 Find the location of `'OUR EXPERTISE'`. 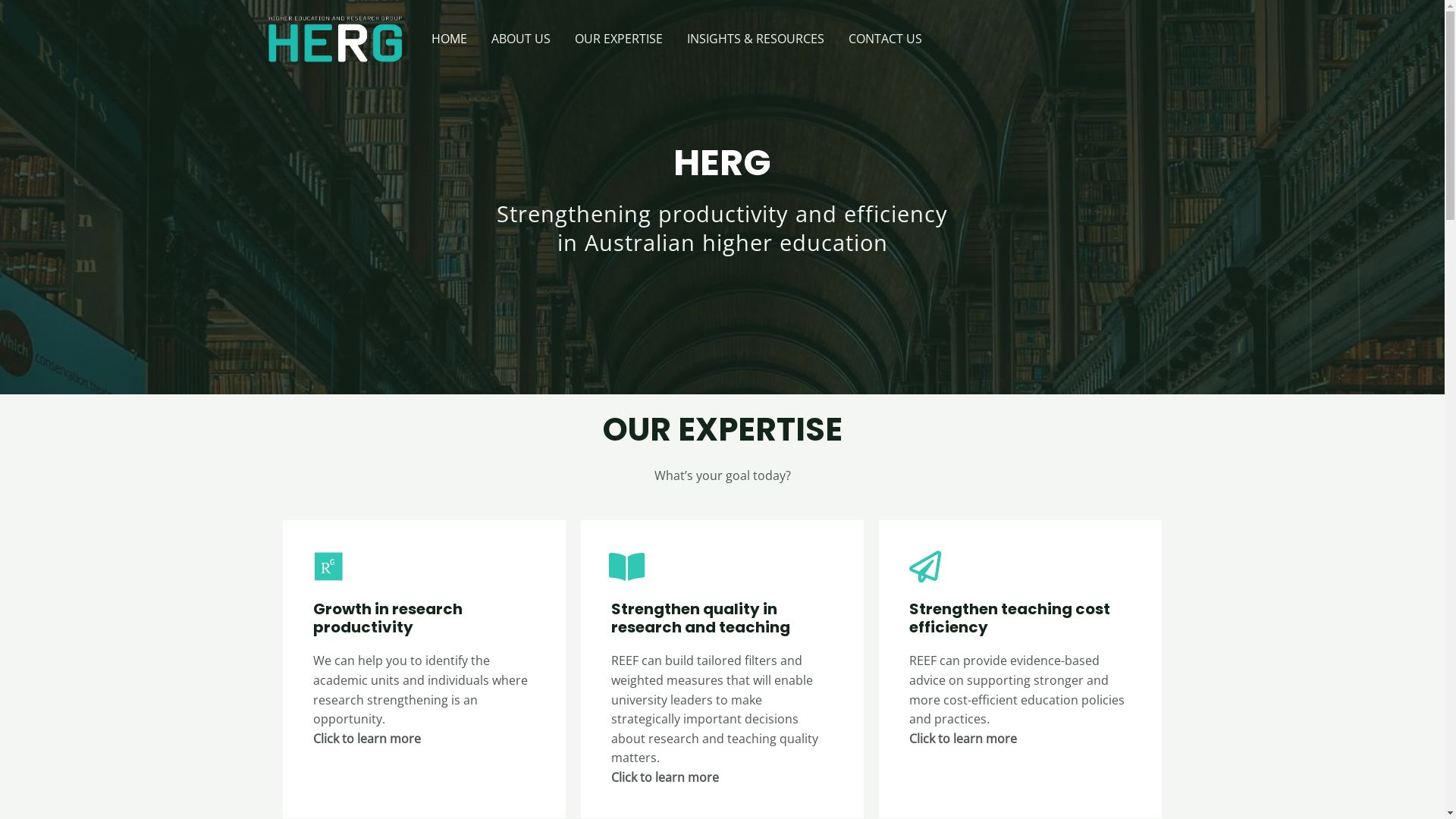

'OUR EXPERTISE' is located at coordinates (619, 37).